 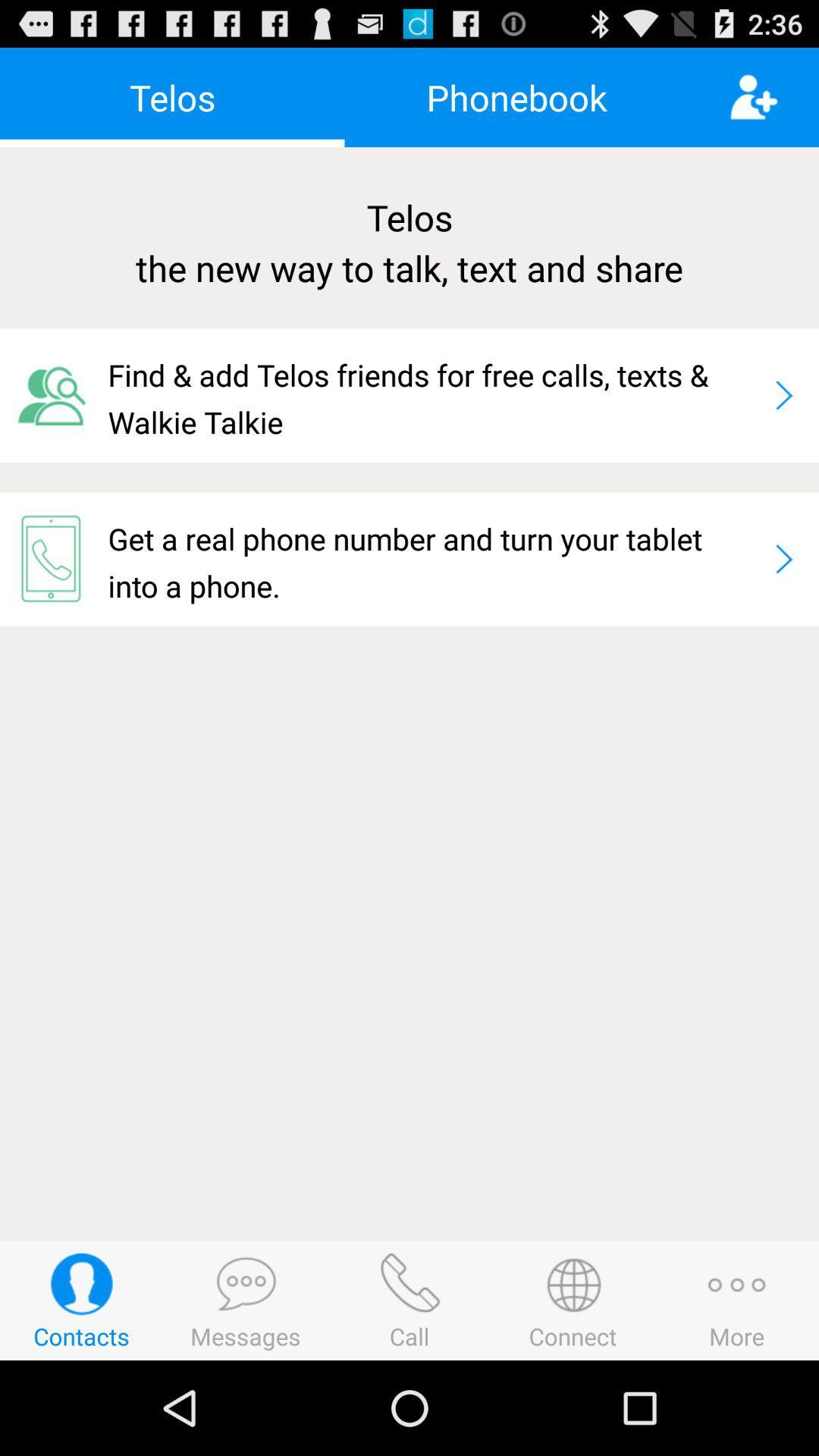 What do you see at coordinates (433, 558) in the screenshot?
I see `get a real item` at bounding box center [433, 558].